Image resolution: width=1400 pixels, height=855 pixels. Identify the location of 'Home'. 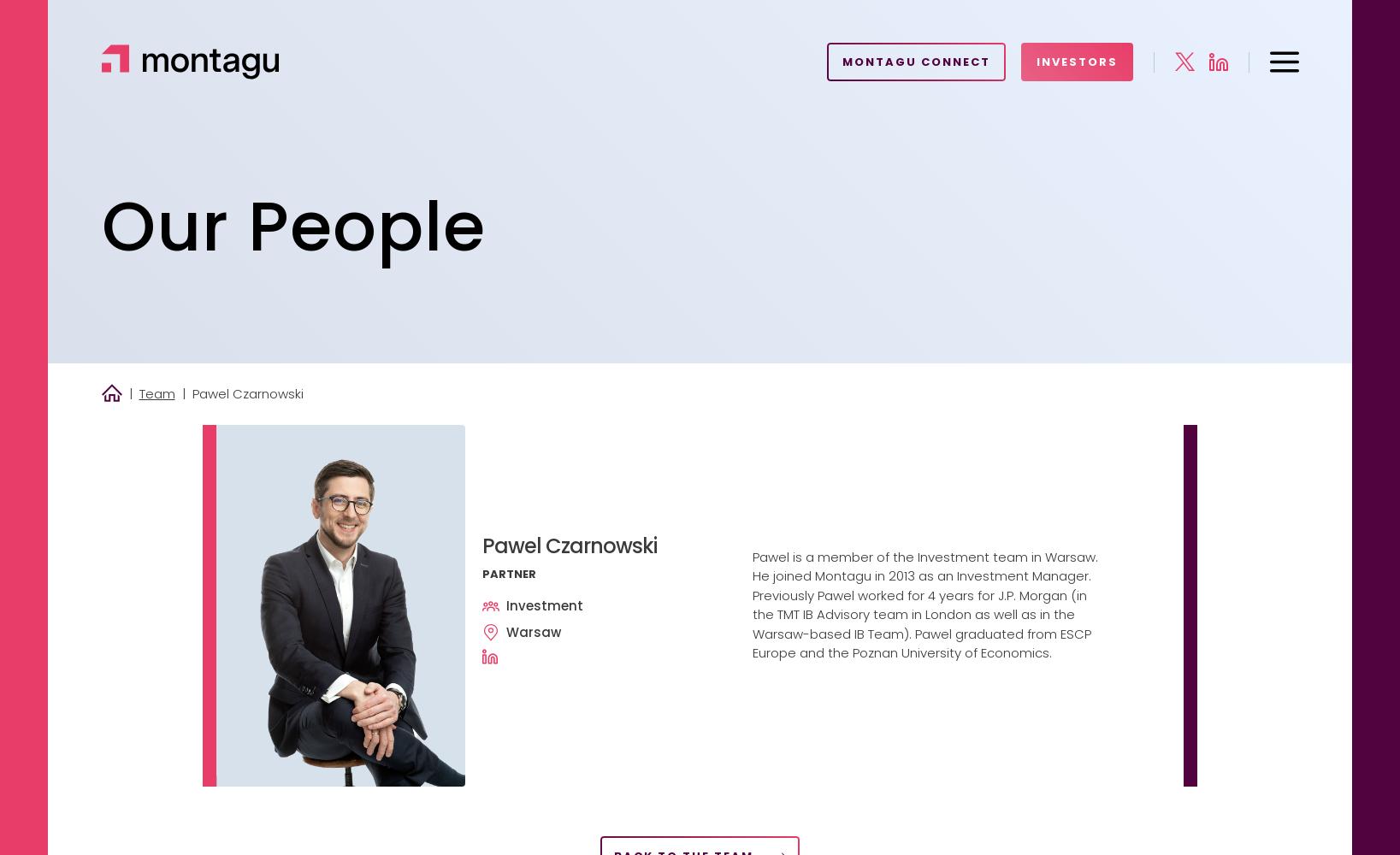
(55, 53).